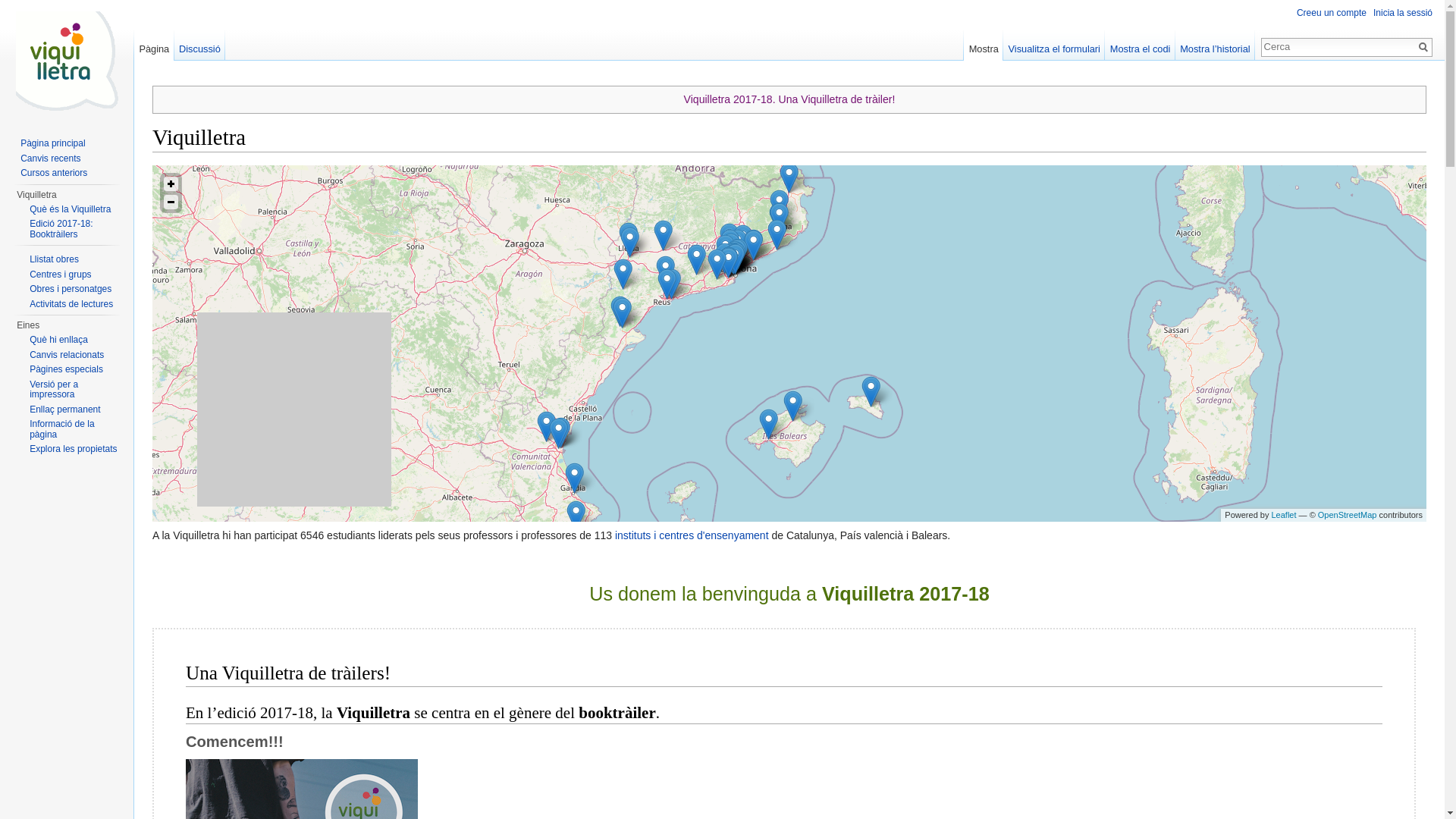 The image size is (1456, 819). What do you see at coordinates (1003, 45) in the screenshot?
I see `'Visualitza el formulari'` at bounding box center [1003, 45].